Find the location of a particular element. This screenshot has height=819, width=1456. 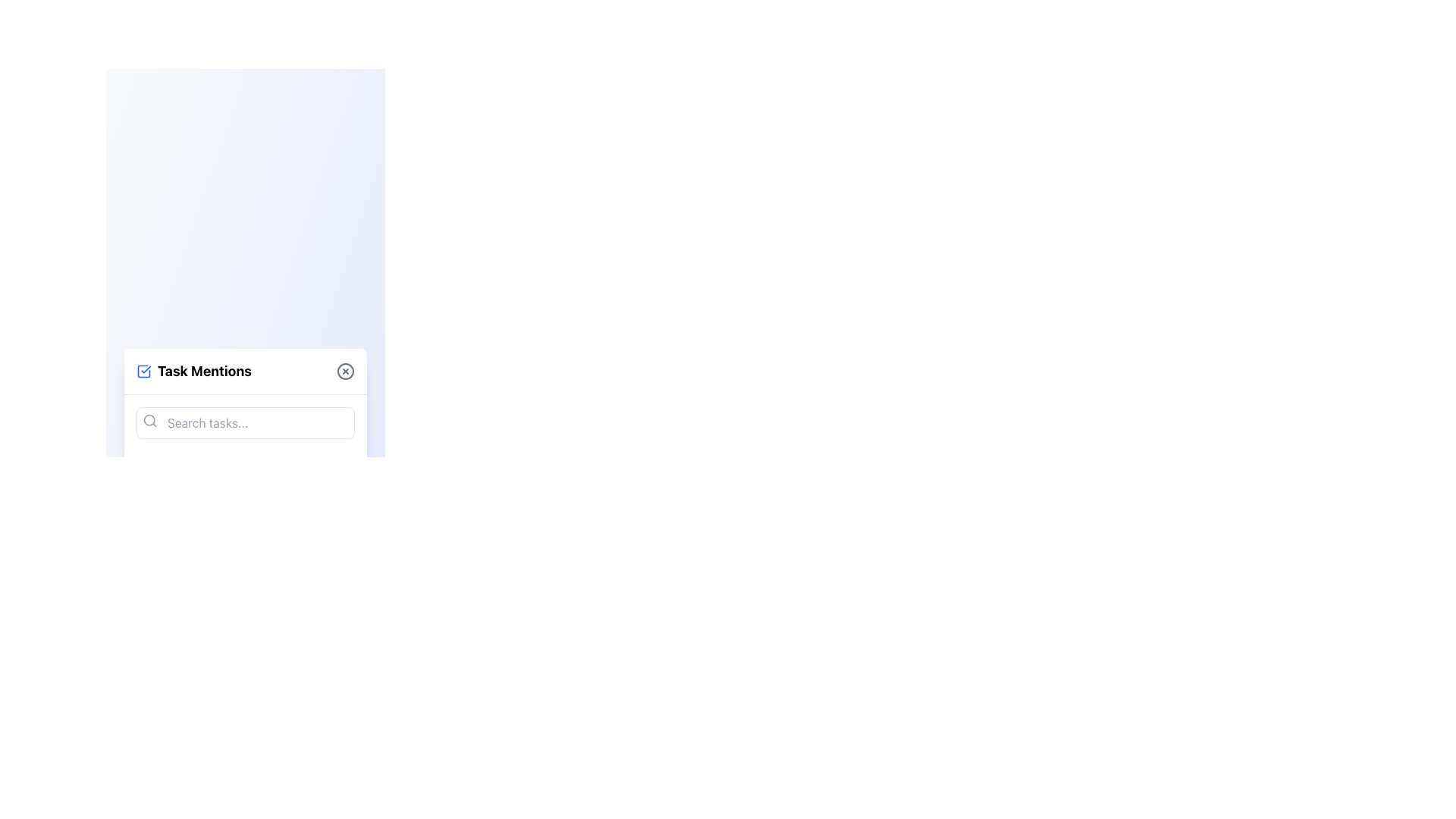

the button resembling a circle with an 'X' inside, located in the upper-right corner of the 'Task Mentions' box is located at coordinates (345, 371).